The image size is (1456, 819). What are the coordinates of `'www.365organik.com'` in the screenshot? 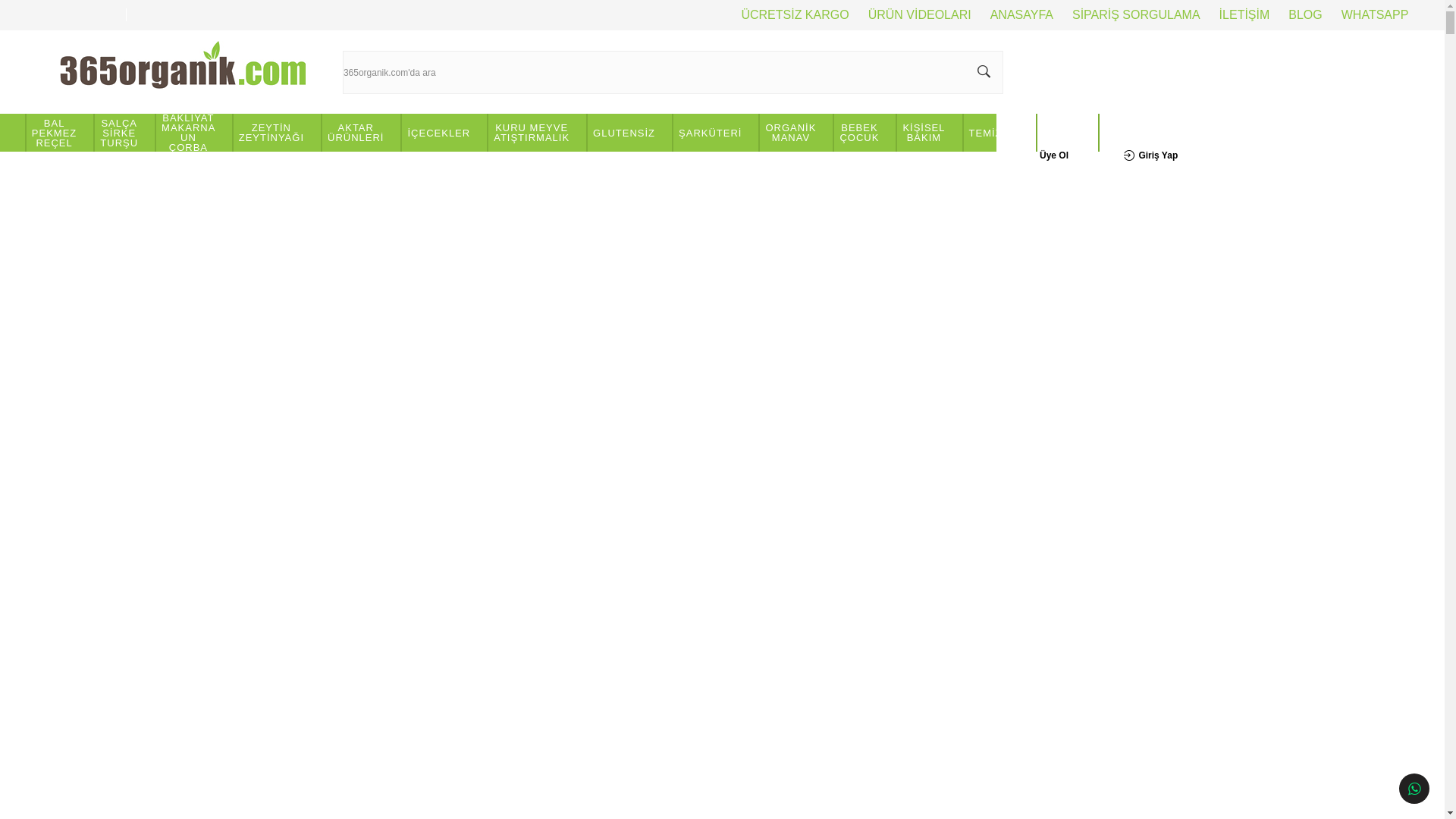 It's located at (182, 72).